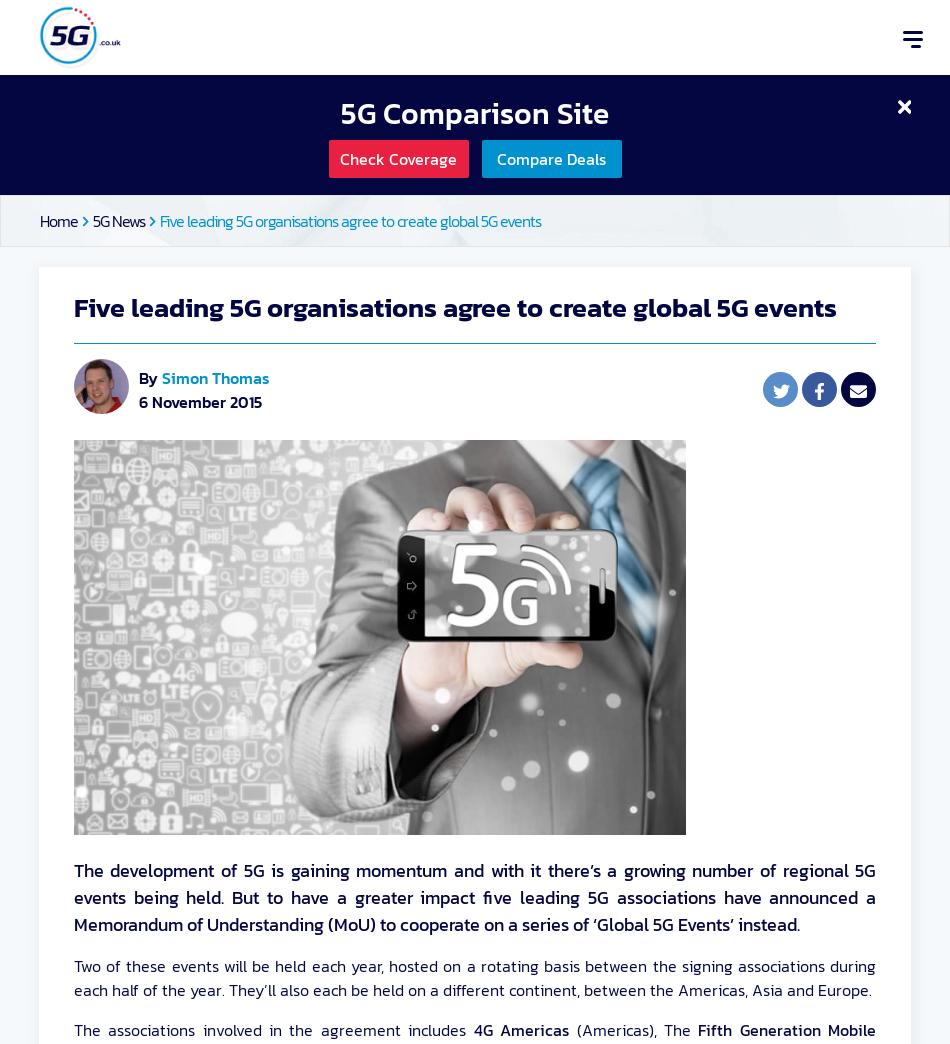 The height and width of the screenshot is (1044, 950). What do you see at coordinates (397, 158) in the screenshot?
I see `'Check Coverage'` at bounding box center [397, 158].